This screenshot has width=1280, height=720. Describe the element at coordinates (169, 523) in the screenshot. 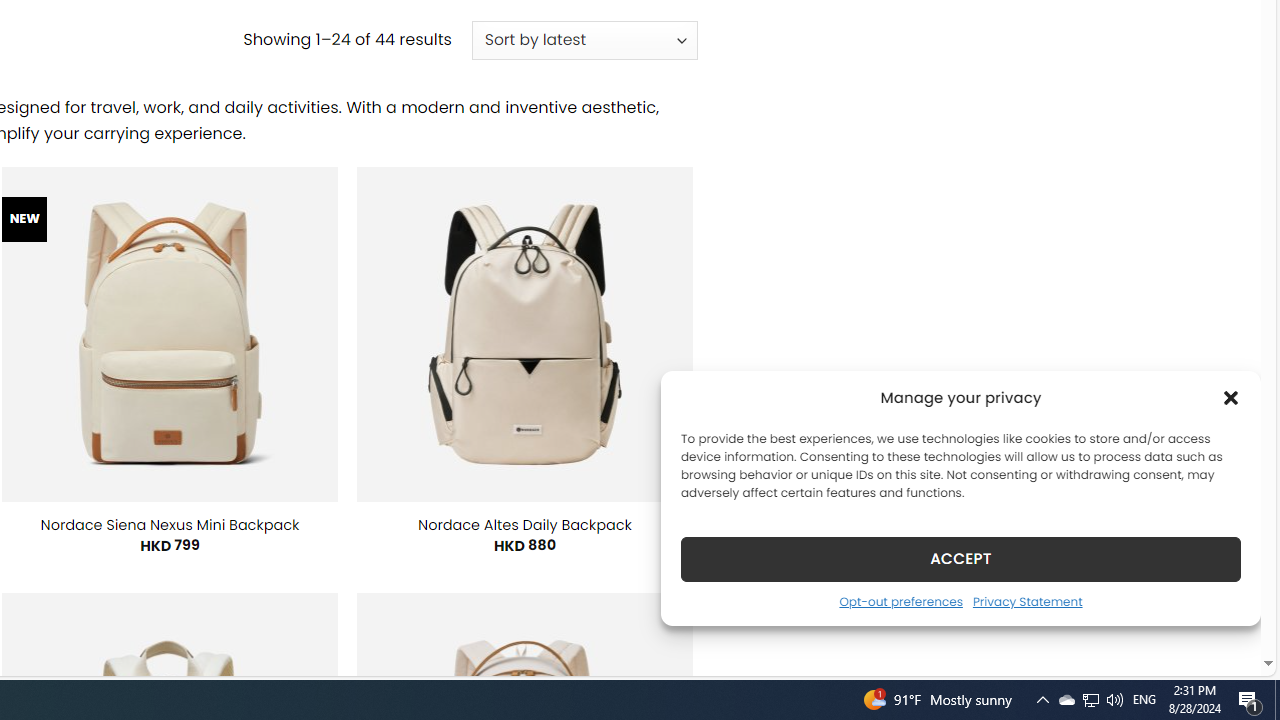

I see `'Nordace Siena Nexus Mini Backpack'` at that location.